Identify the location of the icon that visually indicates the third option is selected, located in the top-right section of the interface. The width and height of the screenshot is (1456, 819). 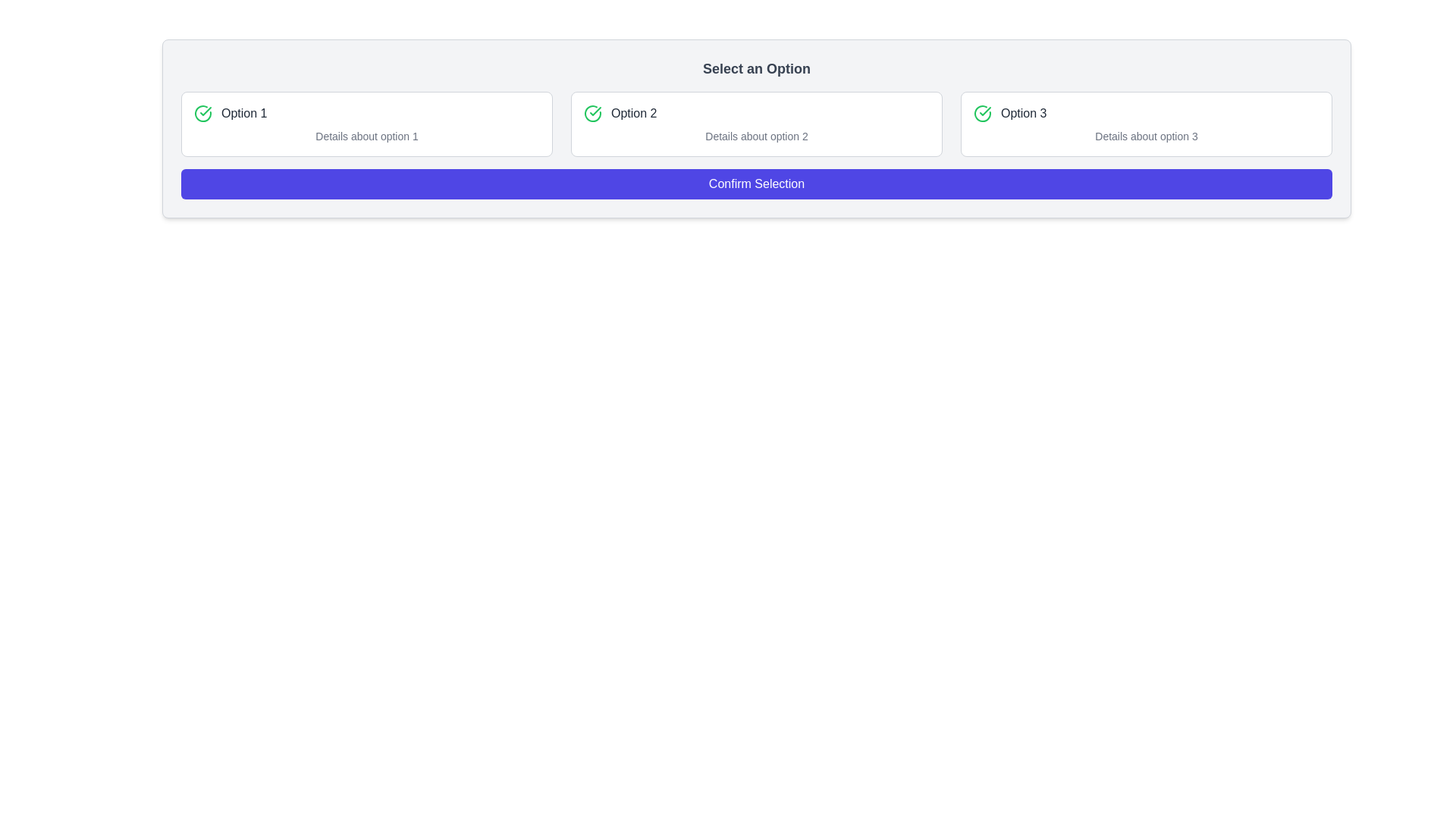
(985, 110).